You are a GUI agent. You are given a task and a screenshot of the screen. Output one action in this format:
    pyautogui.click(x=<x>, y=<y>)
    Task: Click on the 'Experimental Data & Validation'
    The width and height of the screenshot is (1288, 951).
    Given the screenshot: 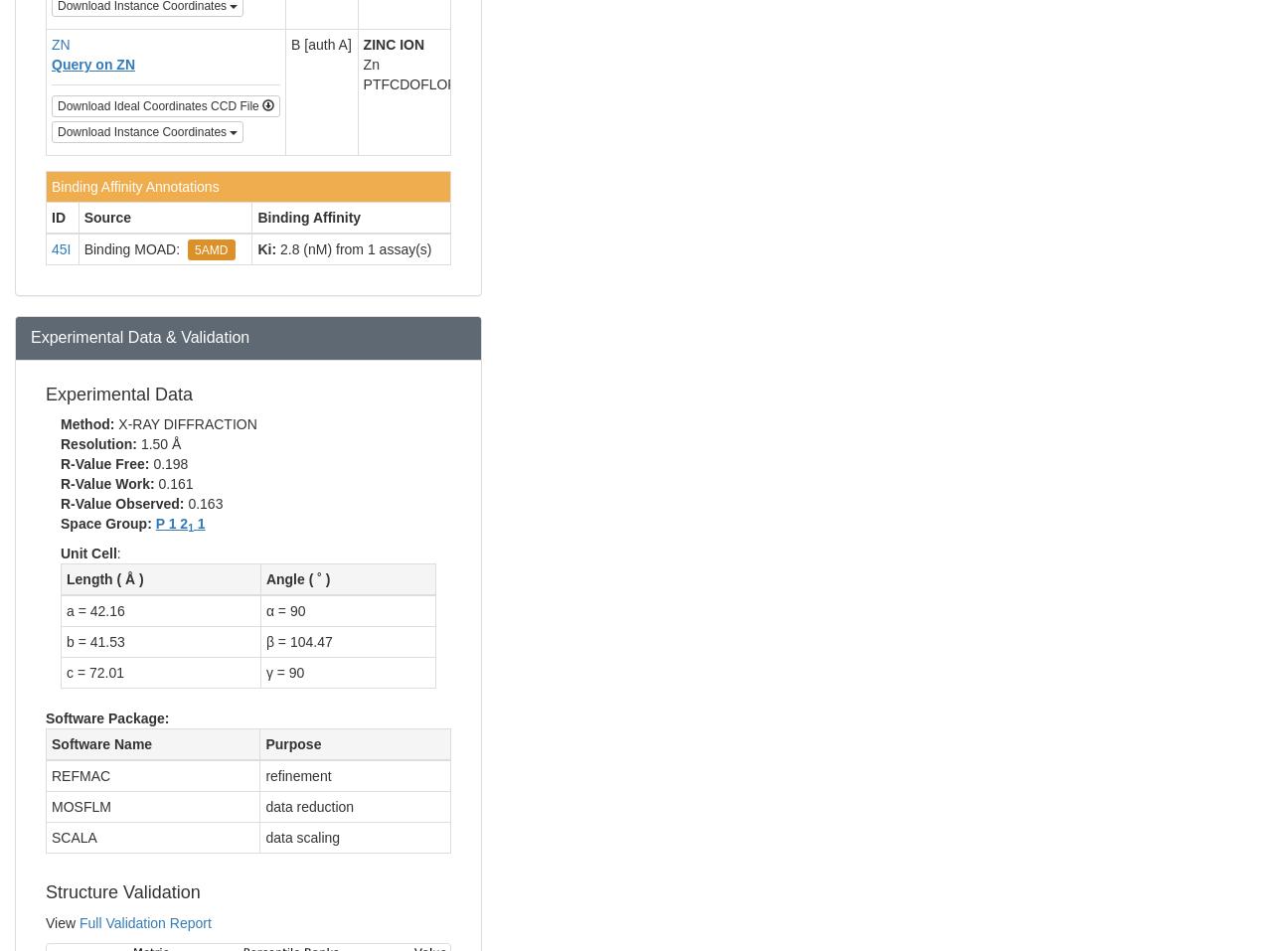 What is the action you would take?
    pyautogui.click(x=140, y=336)
    